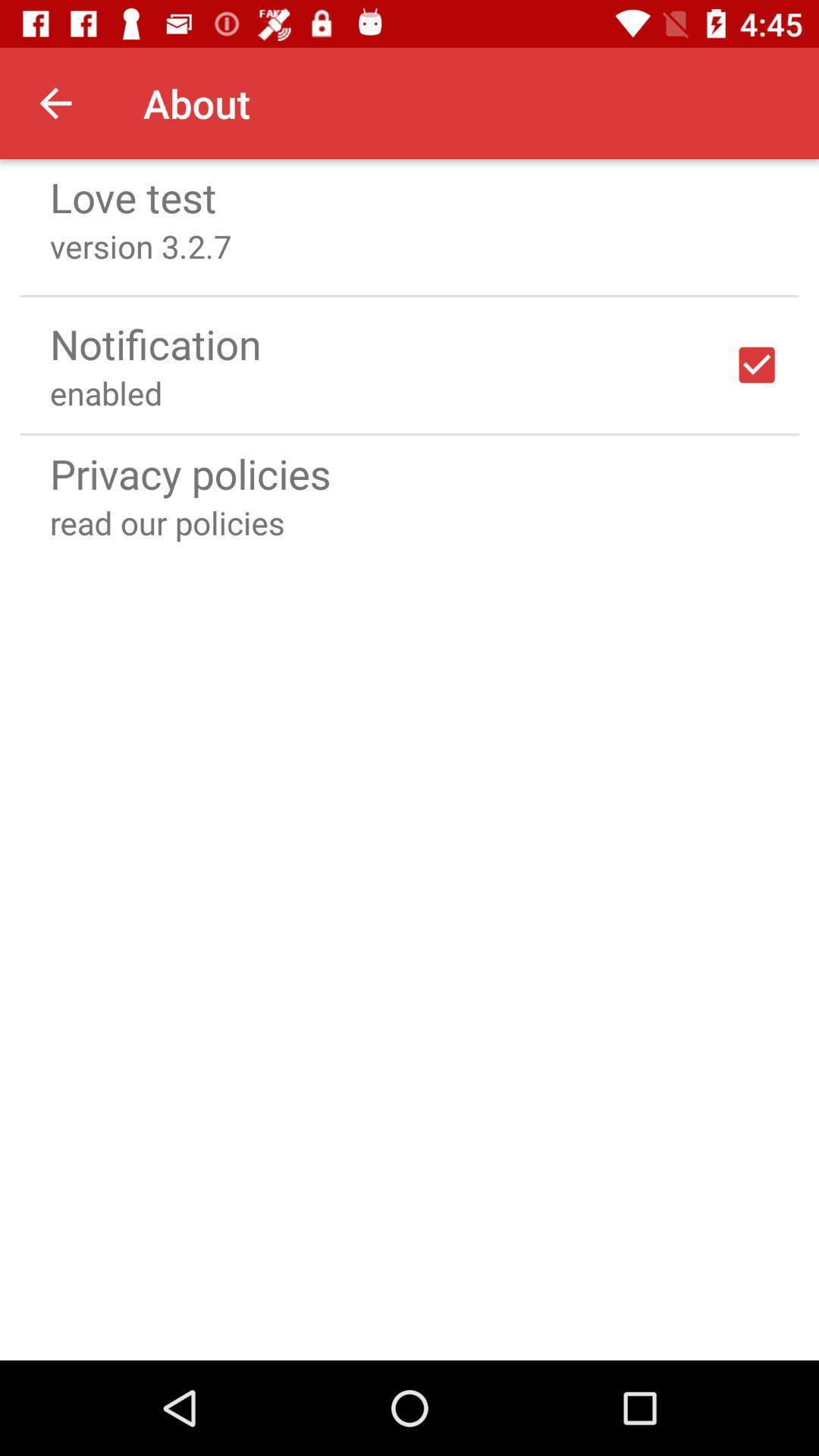 This screenshot has height=1456, width=819. I want to click on icon to the left of the about, so click(55, 102).